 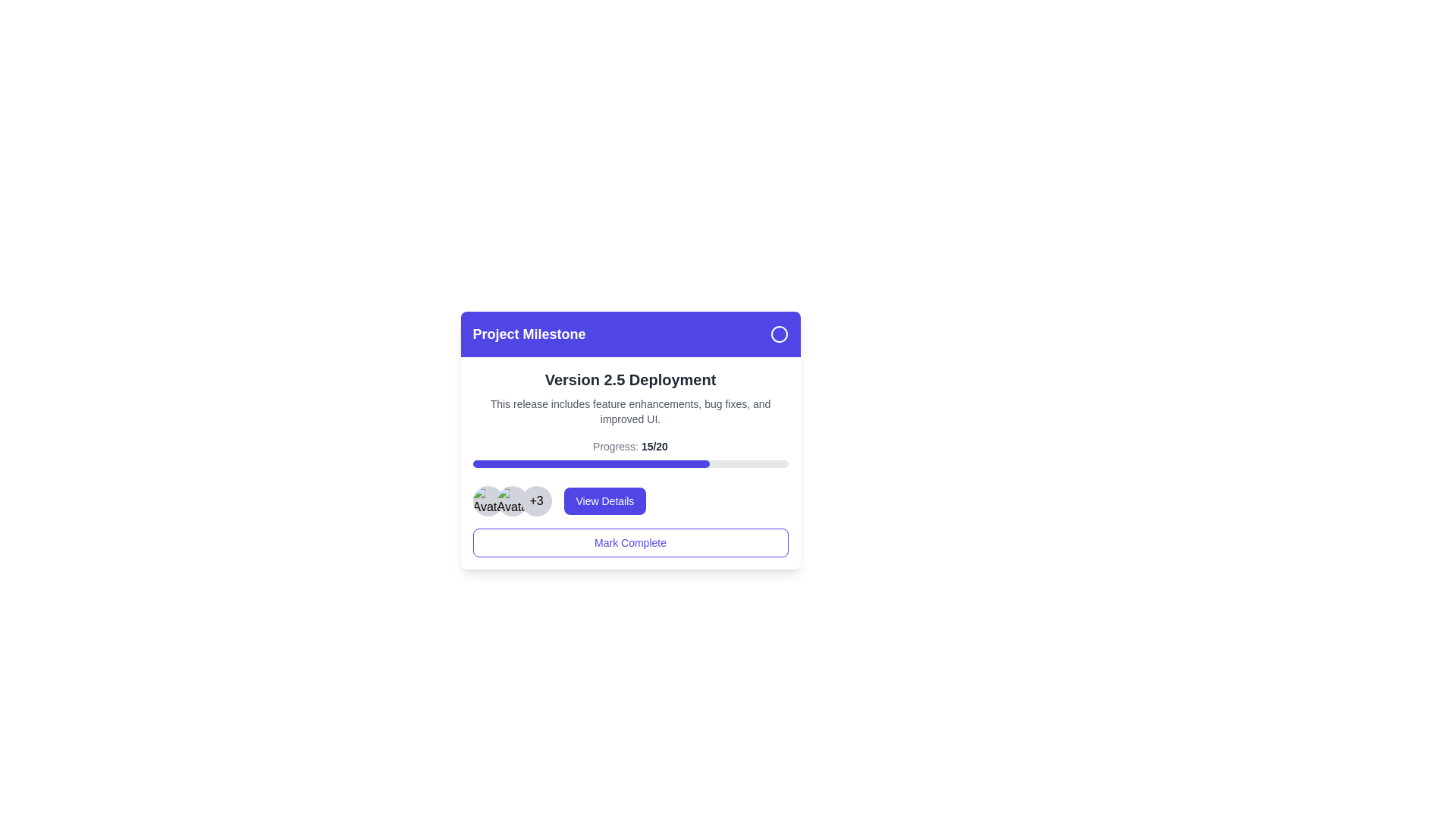 I want to click on the 'View Details' button, which has a blue background and white text, located below a progress bar and above the 'Mark Complete' button, so click(x=630, y=500).